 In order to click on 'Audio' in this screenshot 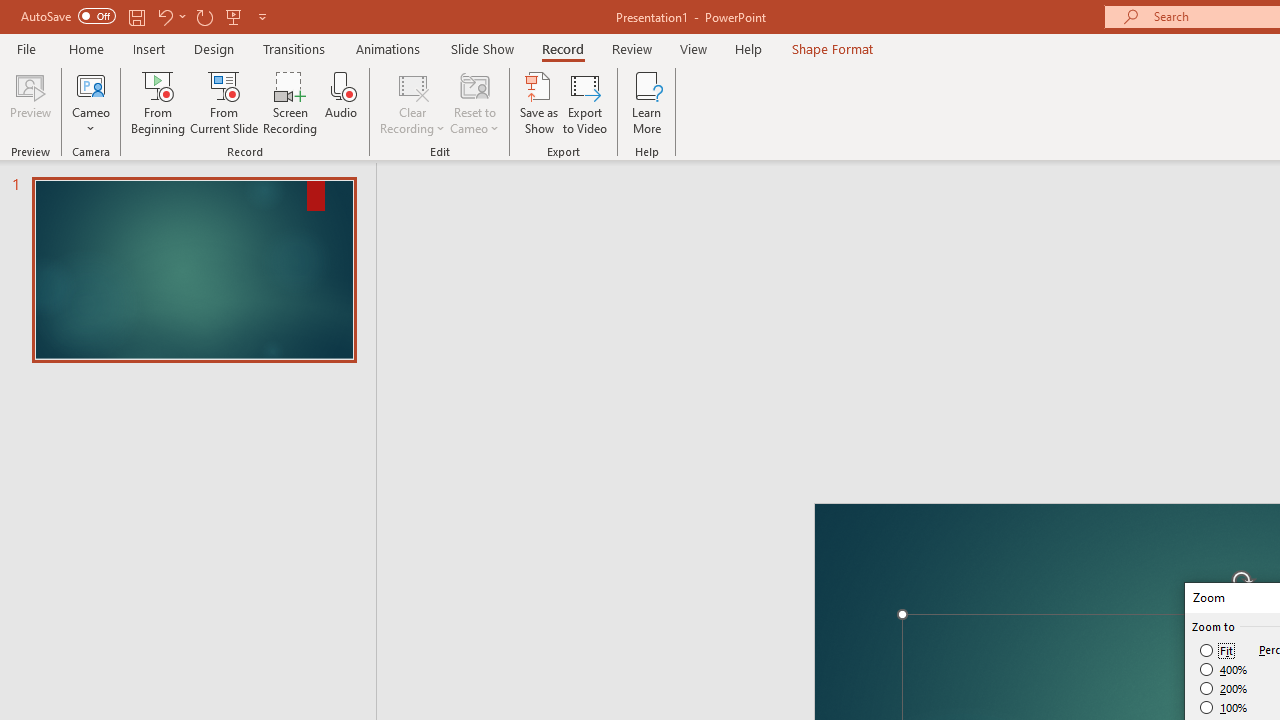, I will do `click(341, 103)`.